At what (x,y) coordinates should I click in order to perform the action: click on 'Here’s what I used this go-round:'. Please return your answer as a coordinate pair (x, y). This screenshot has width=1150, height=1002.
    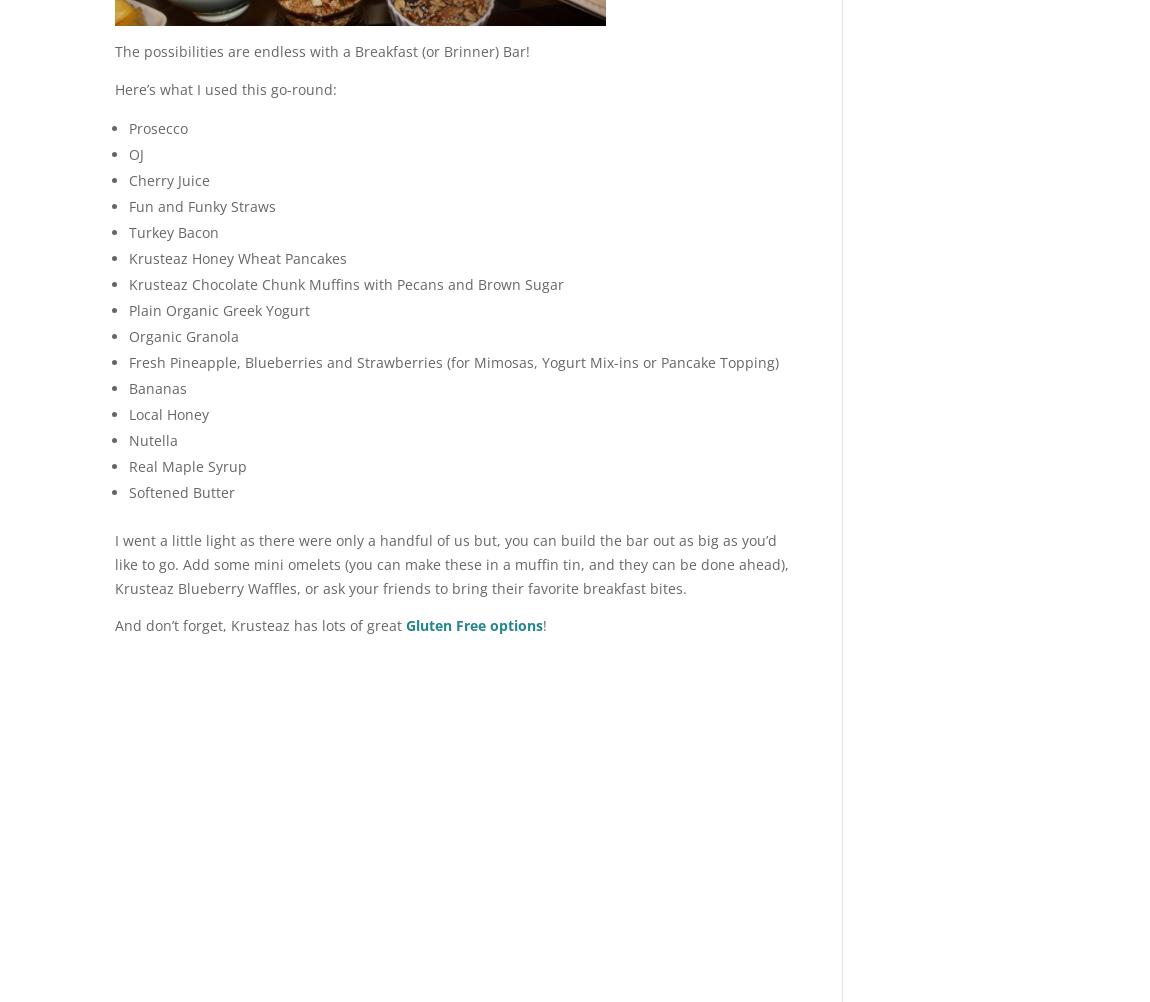
    Looking at the image, I should click on (224, 88).